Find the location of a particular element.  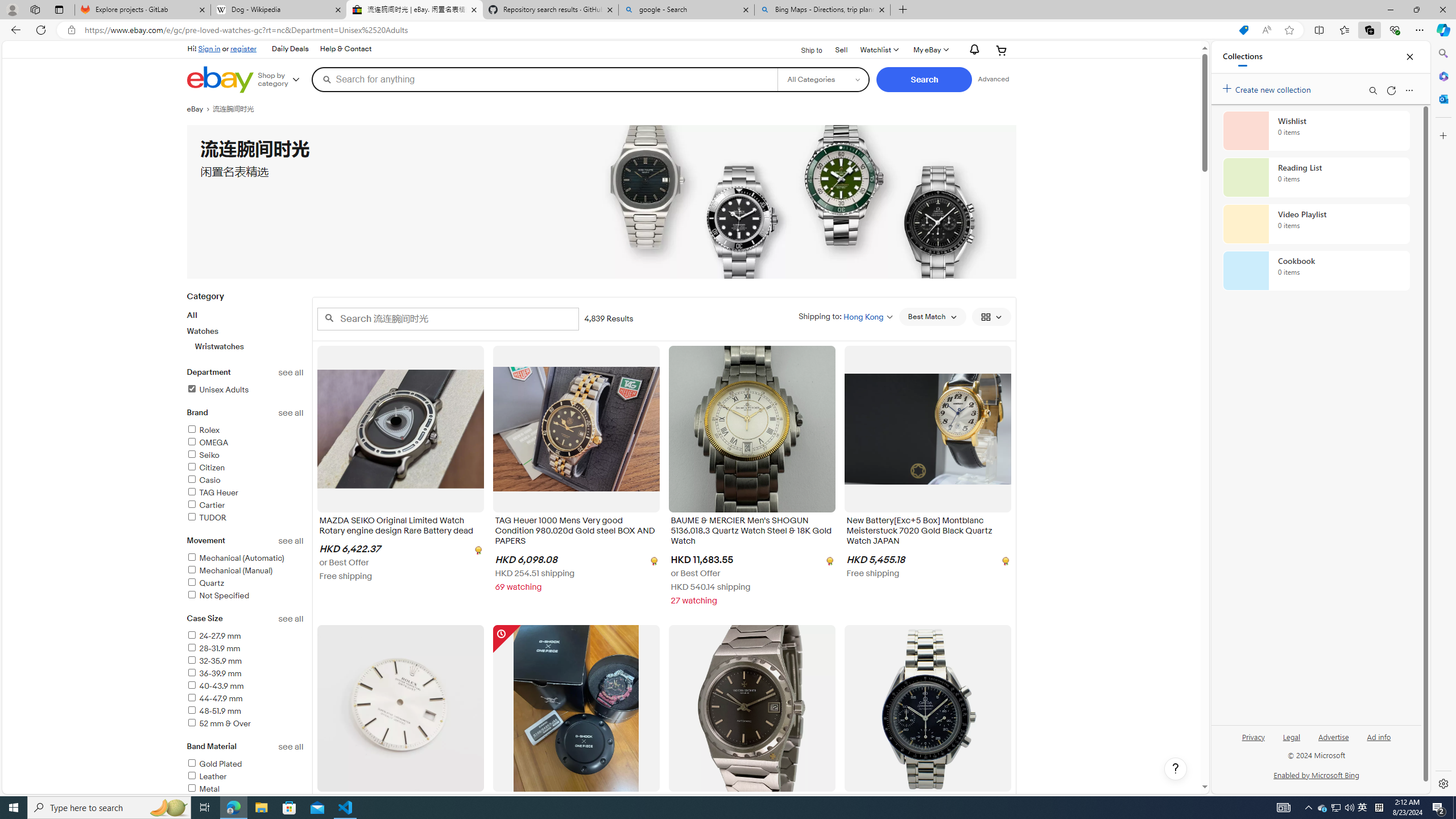

'Unisex Adults Filter Applied' is located at coordinates (217, 390).